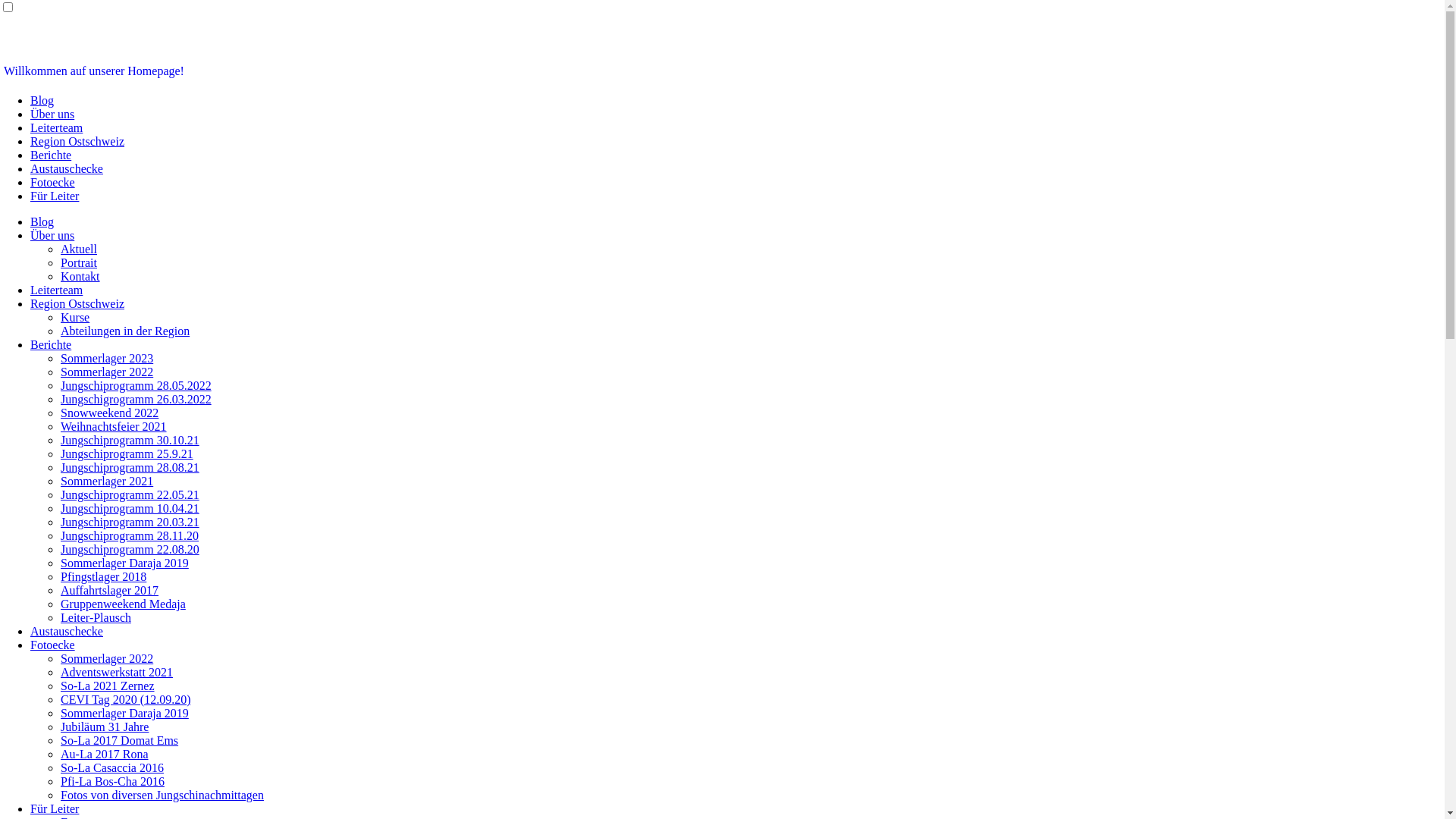  What do you see at coordinates (112, 426) in the screenshot?
I see `'Weihnachtsfeier 2021'` at bounding box center [112, 426].